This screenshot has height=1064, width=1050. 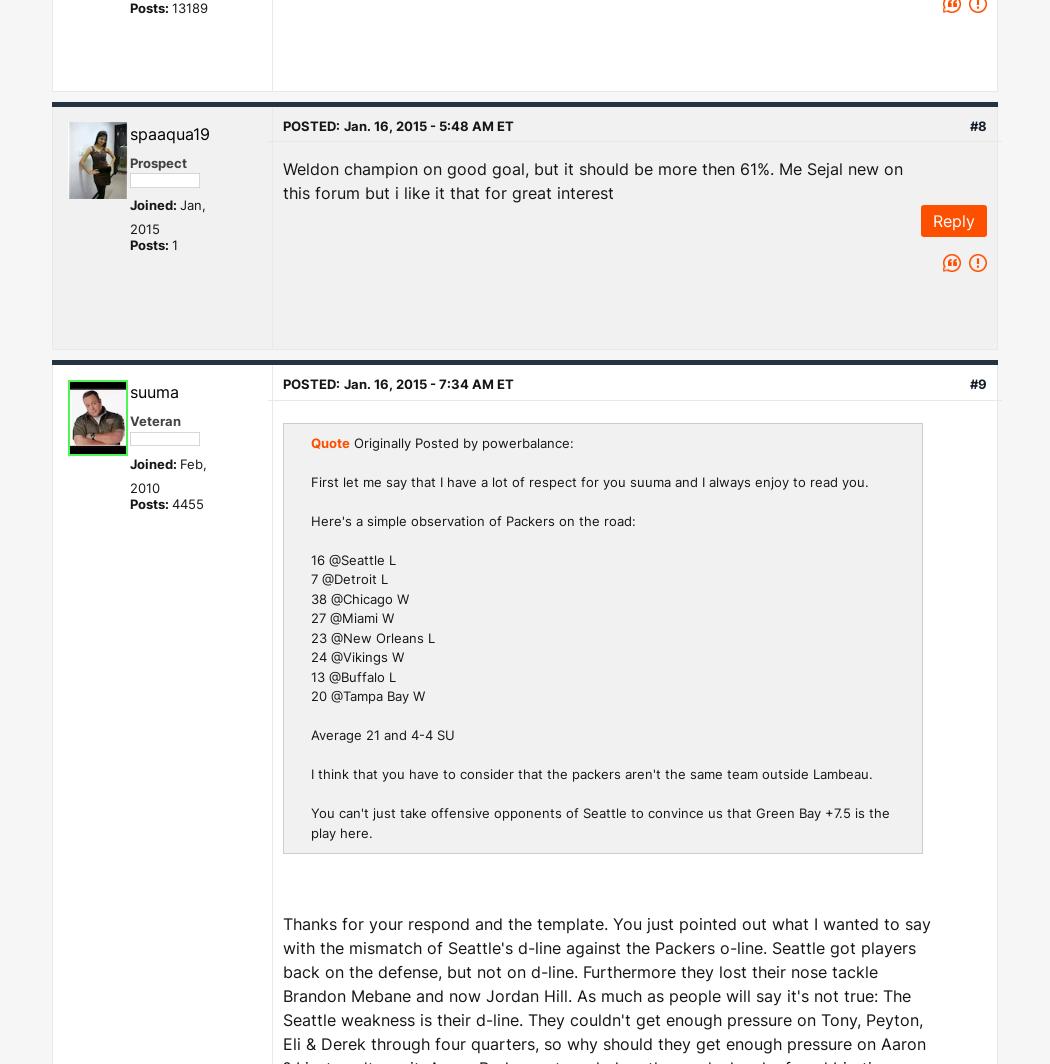 I want to click on '24 @Vikings W', so click(x=356, y=656).